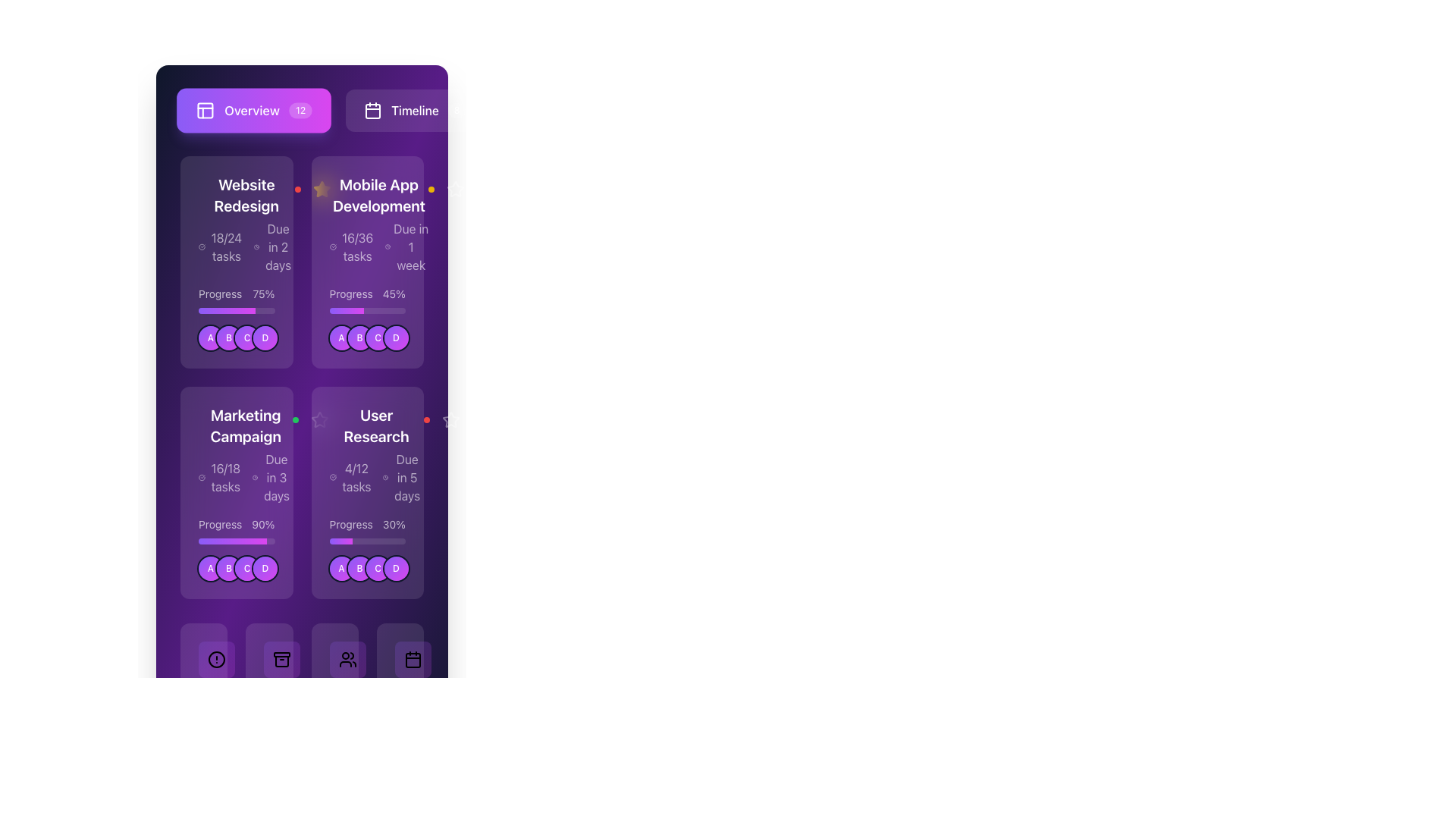  What do you see at coordinates (346, 309) in the screenshot?
I see `the Progress bar segment that visually represents 45% completion of the task within the 'Mobile App Development' card` at bounding box center [346, 309].